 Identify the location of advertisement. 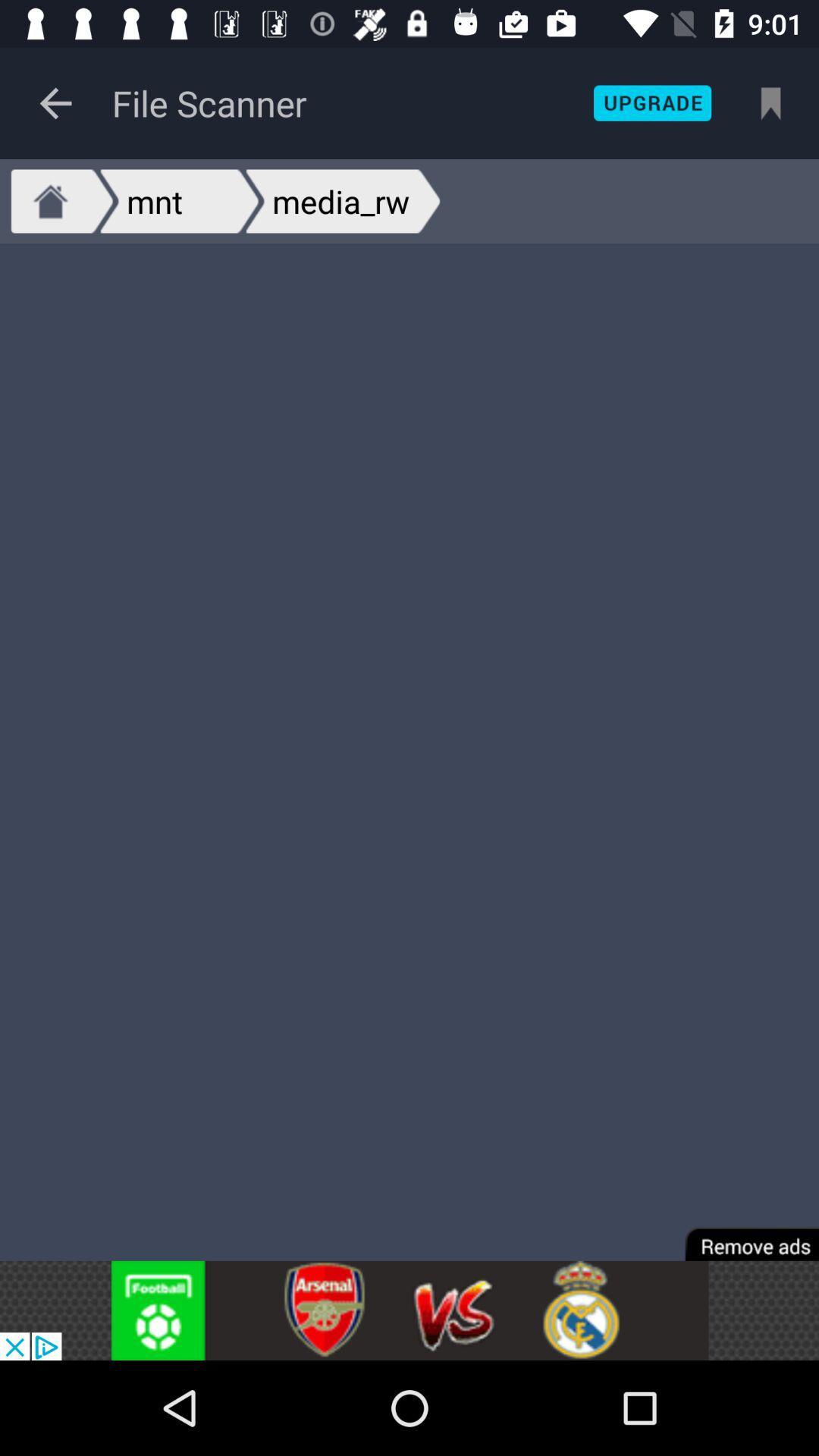
(741, 1234).